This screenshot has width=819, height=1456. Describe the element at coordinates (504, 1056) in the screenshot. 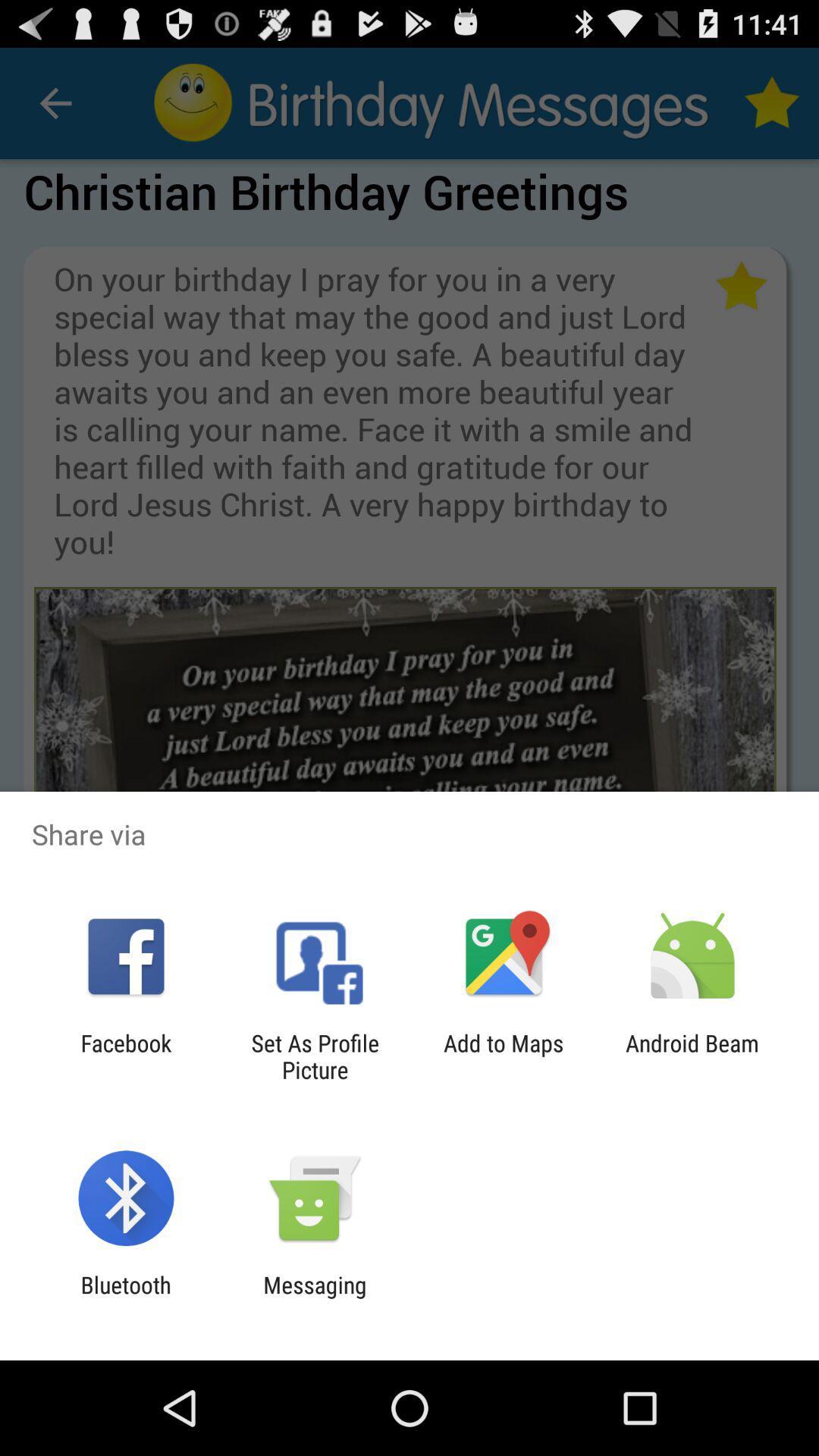

I see `the item to the left of the android beam` at that location.